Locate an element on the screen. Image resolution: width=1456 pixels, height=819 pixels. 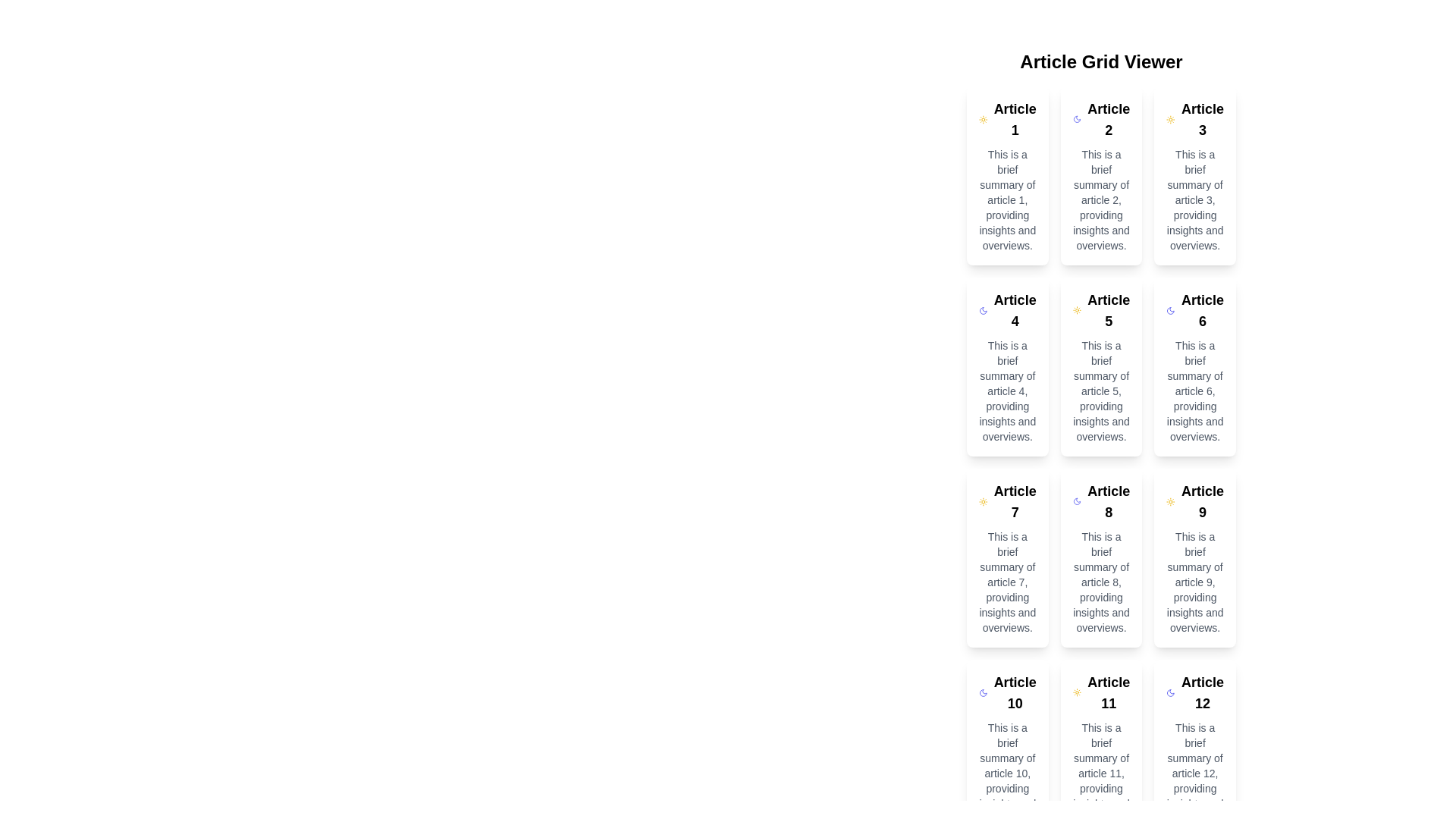
the text label that serves as the title for 'Article 8', which is located in the second row and second column of the article grid is located at coordinates (1109, 502).